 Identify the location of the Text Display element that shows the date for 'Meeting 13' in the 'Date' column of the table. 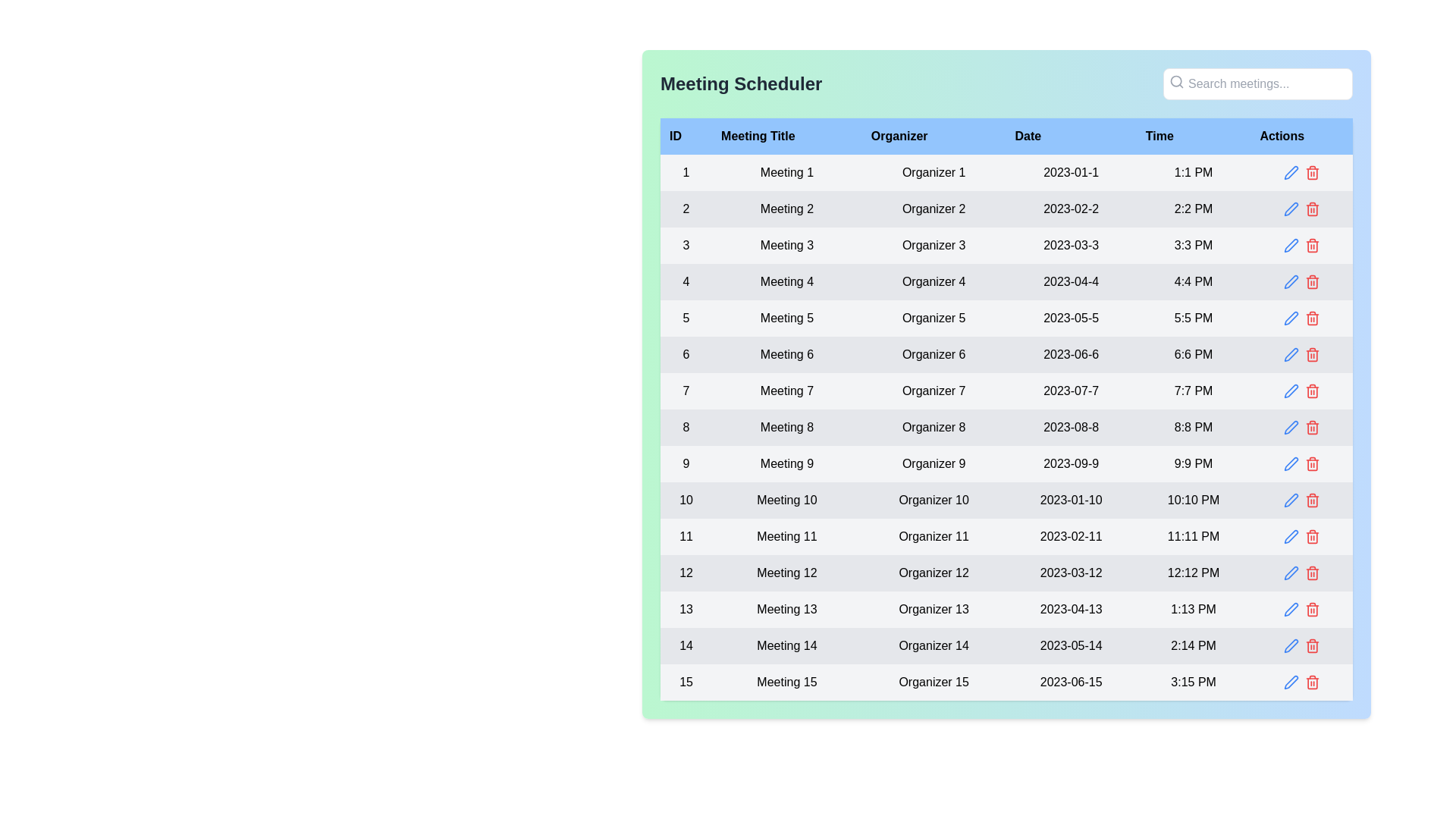
(1070, 608).